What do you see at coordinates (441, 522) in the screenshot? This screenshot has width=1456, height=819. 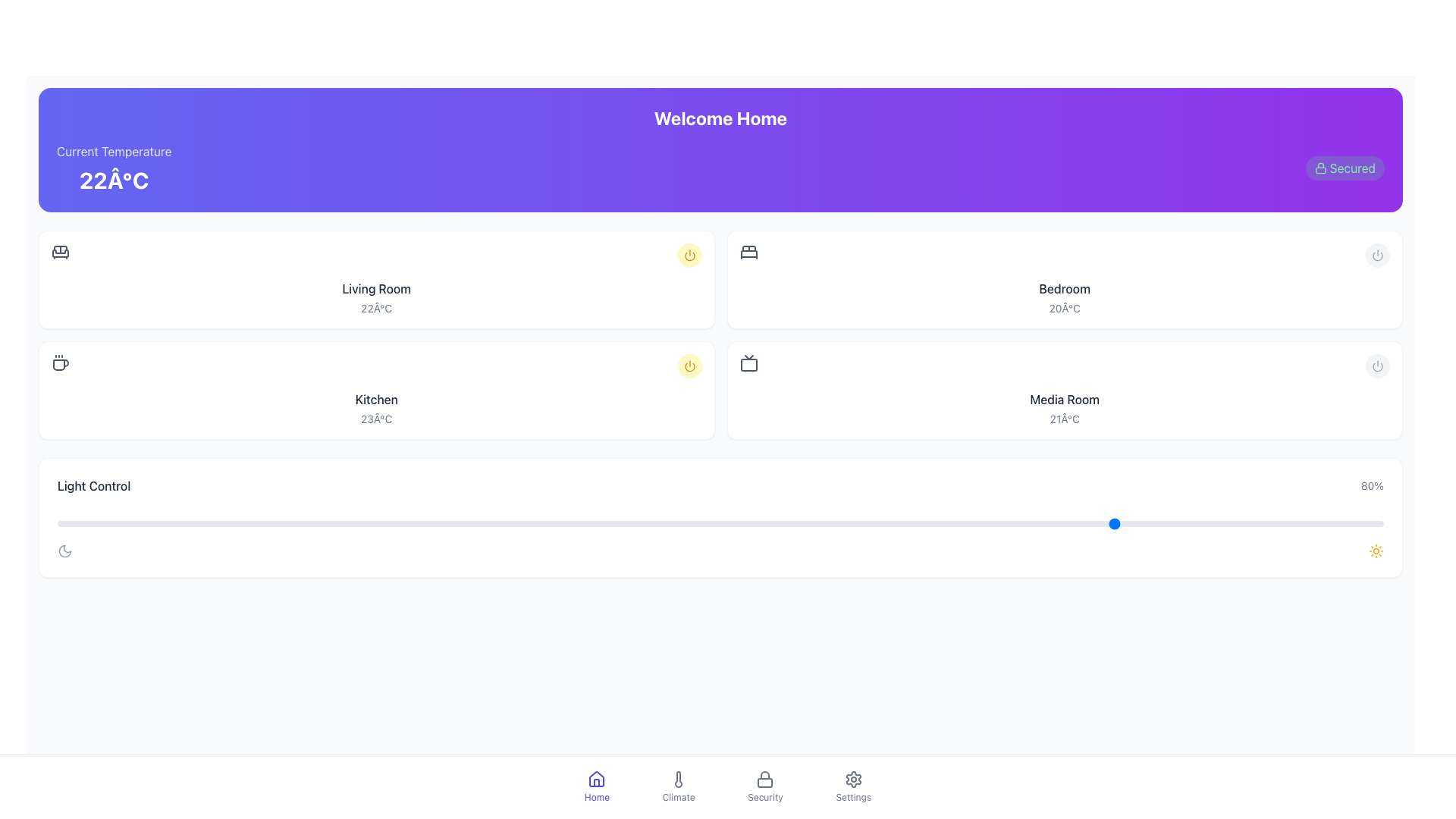 I see `the slider` at bounding box center [441, 522].